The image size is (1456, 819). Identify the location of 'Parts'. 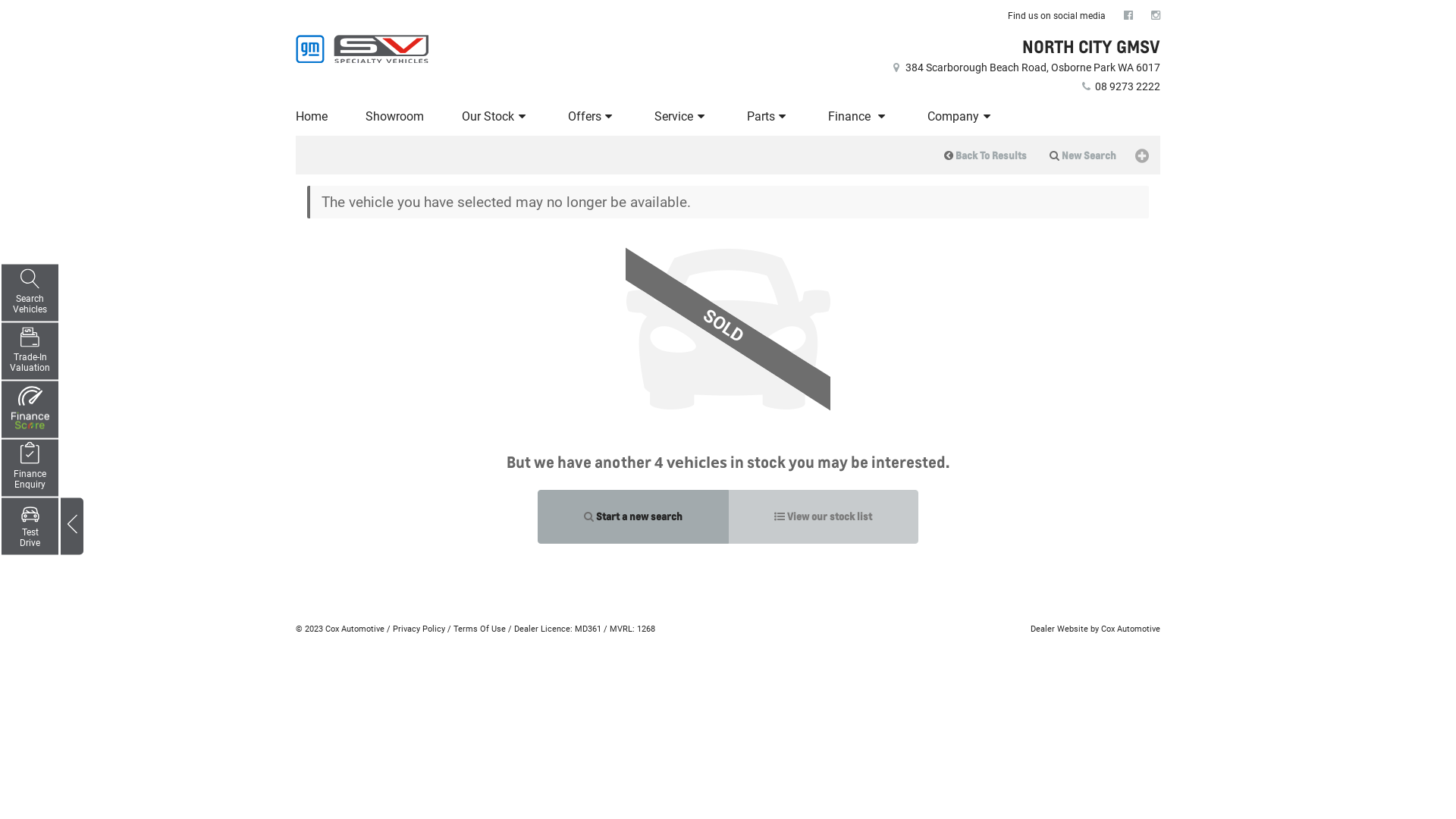
(768, 116).